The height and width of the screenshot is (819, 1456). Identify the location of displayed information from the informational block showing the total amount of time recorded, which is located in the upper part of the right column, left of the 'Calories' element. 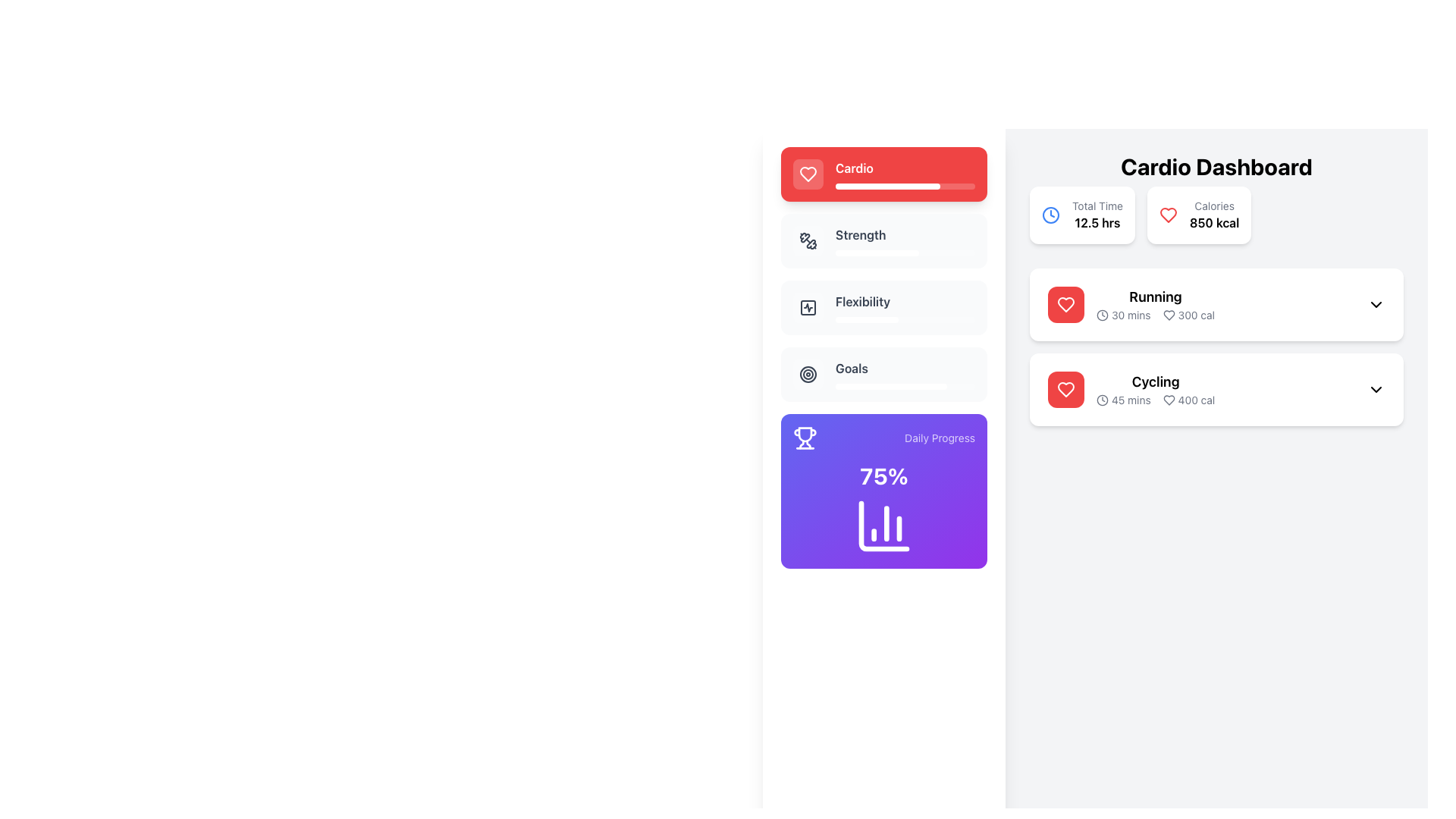
(1081, 215).